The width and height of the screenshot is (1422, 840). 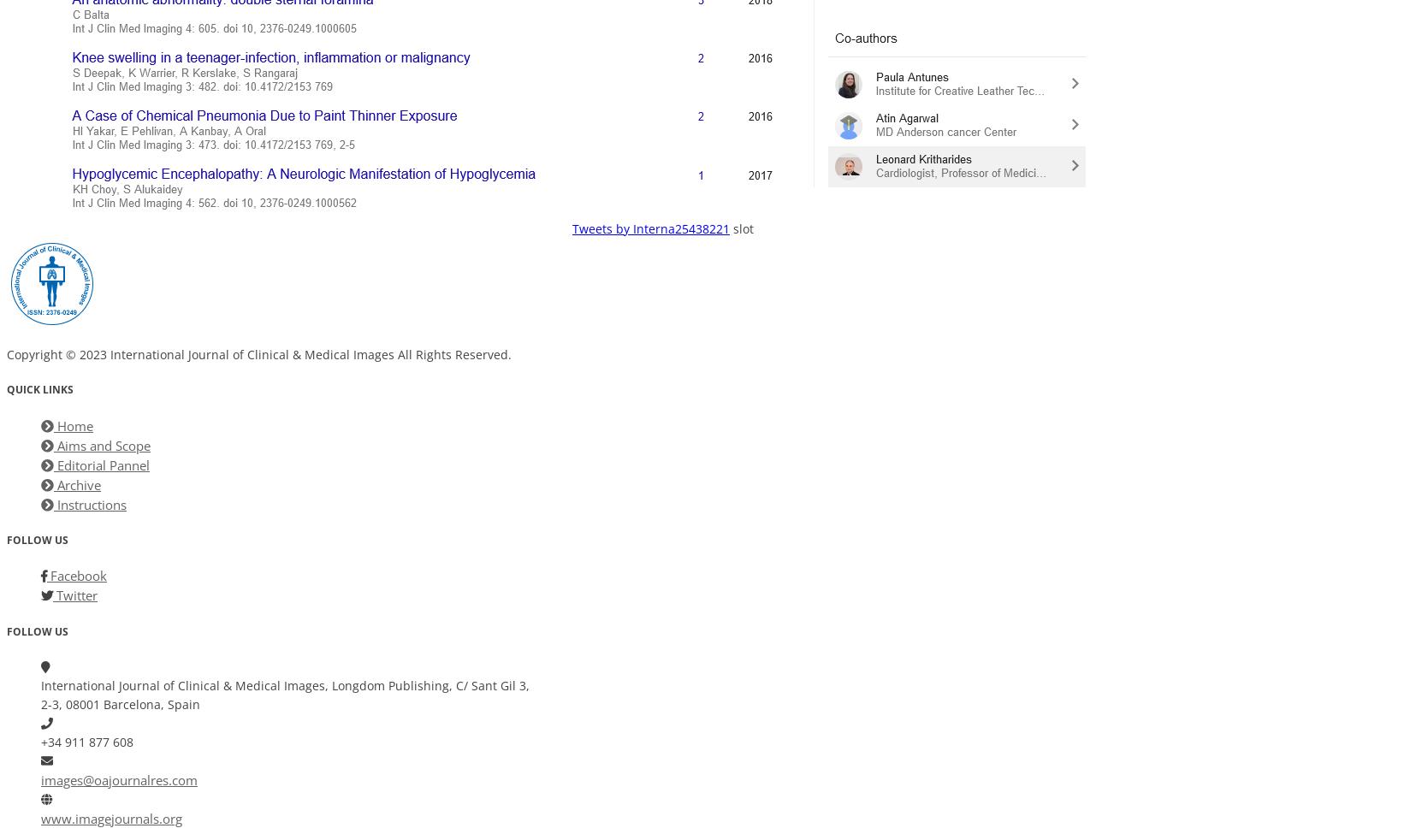 I want to click on 'Tweets by Interna25438221', so click(x=651, y=228).